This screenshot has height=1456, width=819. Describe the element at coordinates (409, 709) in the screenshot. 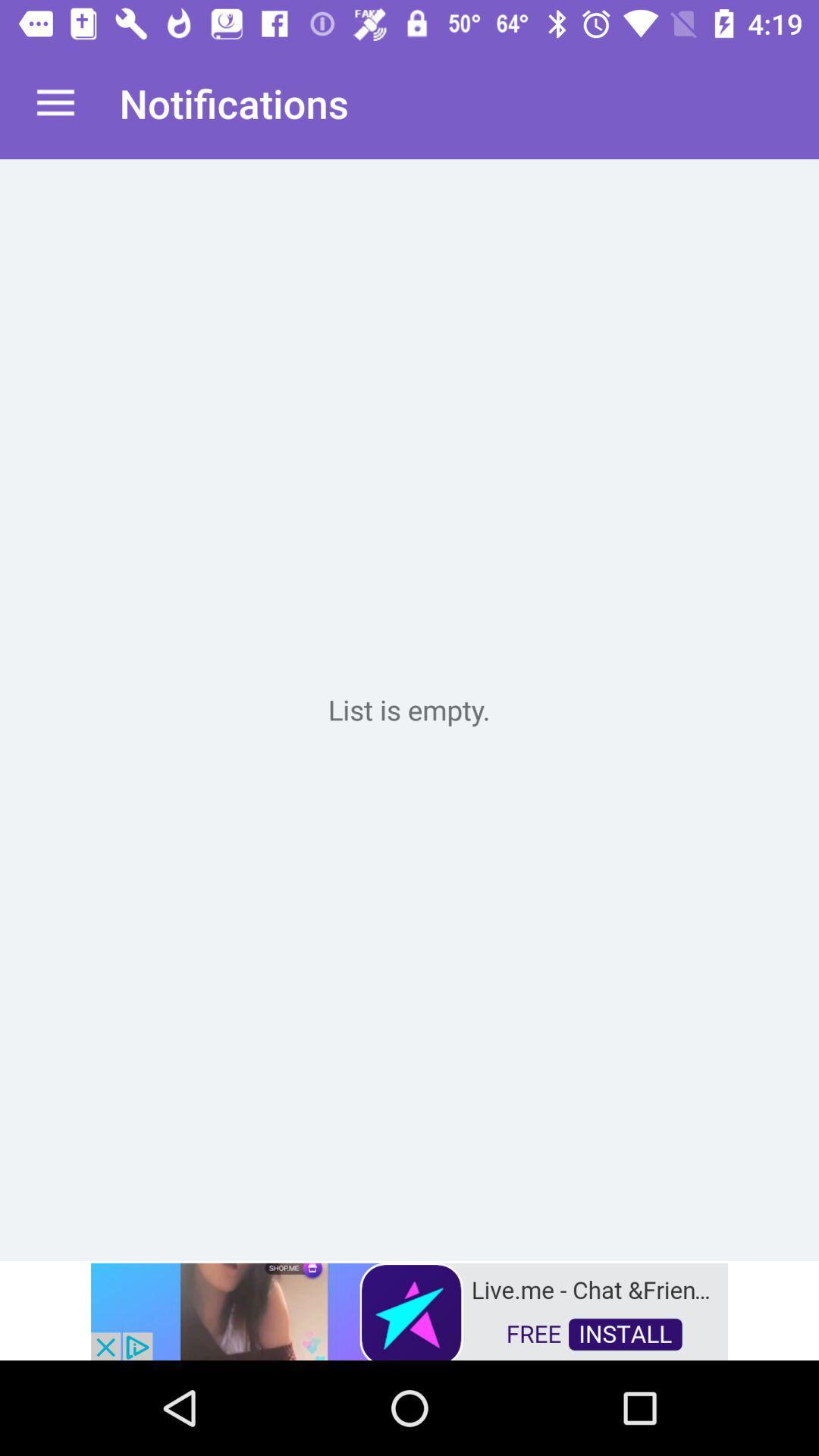

I see `color print` at that location.